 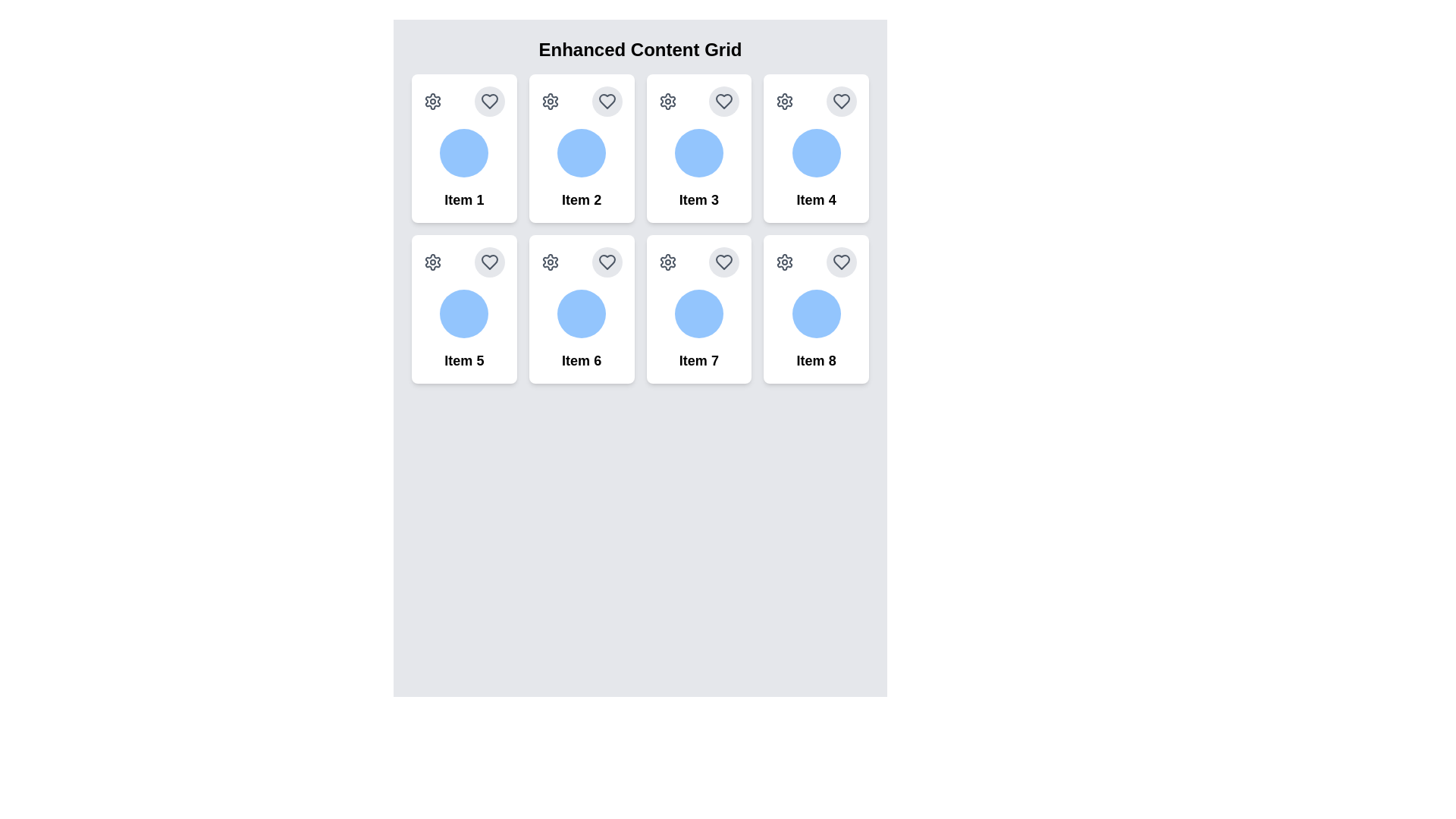 What do you see at coordinates (785, 102) in the screenshot?
I see `the gear icon located in the top-left corner of the card labeled 'Item 4' in the second row, fourth column of the grid` at bounding box center [785, 102].